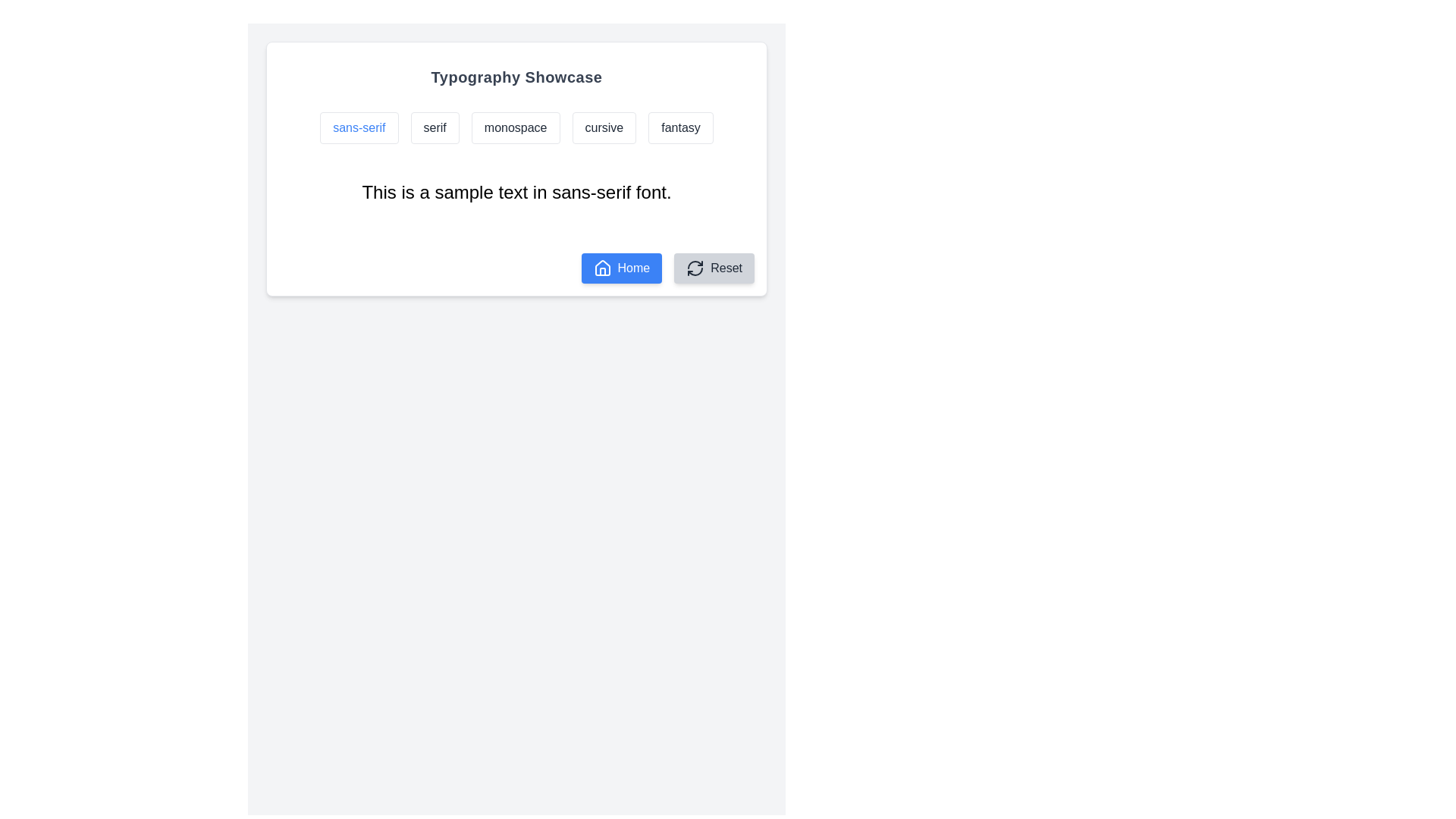  What do you see at coordinates (516, 127) in the screenshot?
I see `the 'monospace' font style button, which is the third button in a group of five located in the 'Typography Showcase' card` at bounding box center [516, 127].